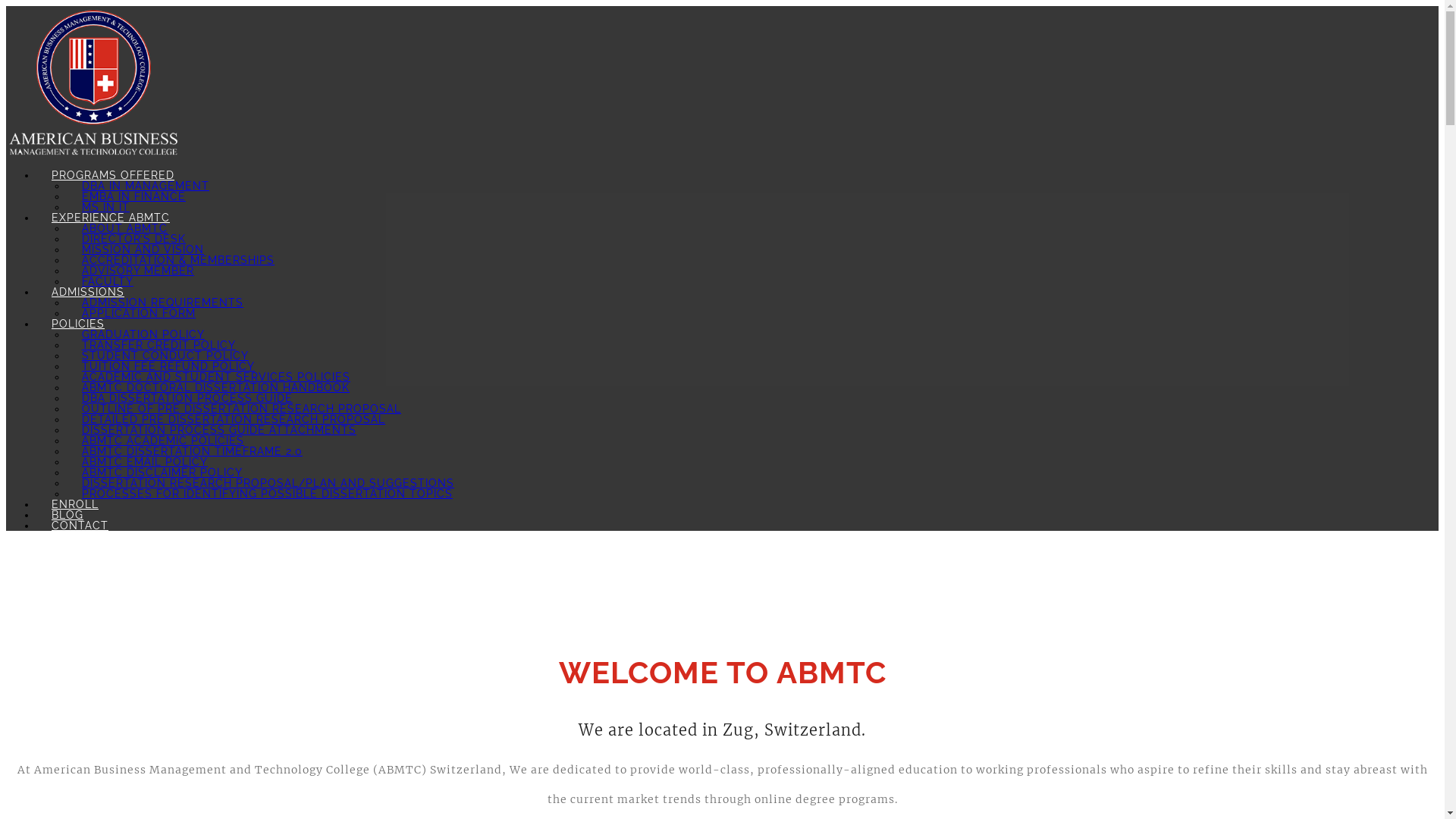  What do you see at coordinates (79, 525) in the screenshot?
I see `'CONTACT'` at bounding box center [79, 525].